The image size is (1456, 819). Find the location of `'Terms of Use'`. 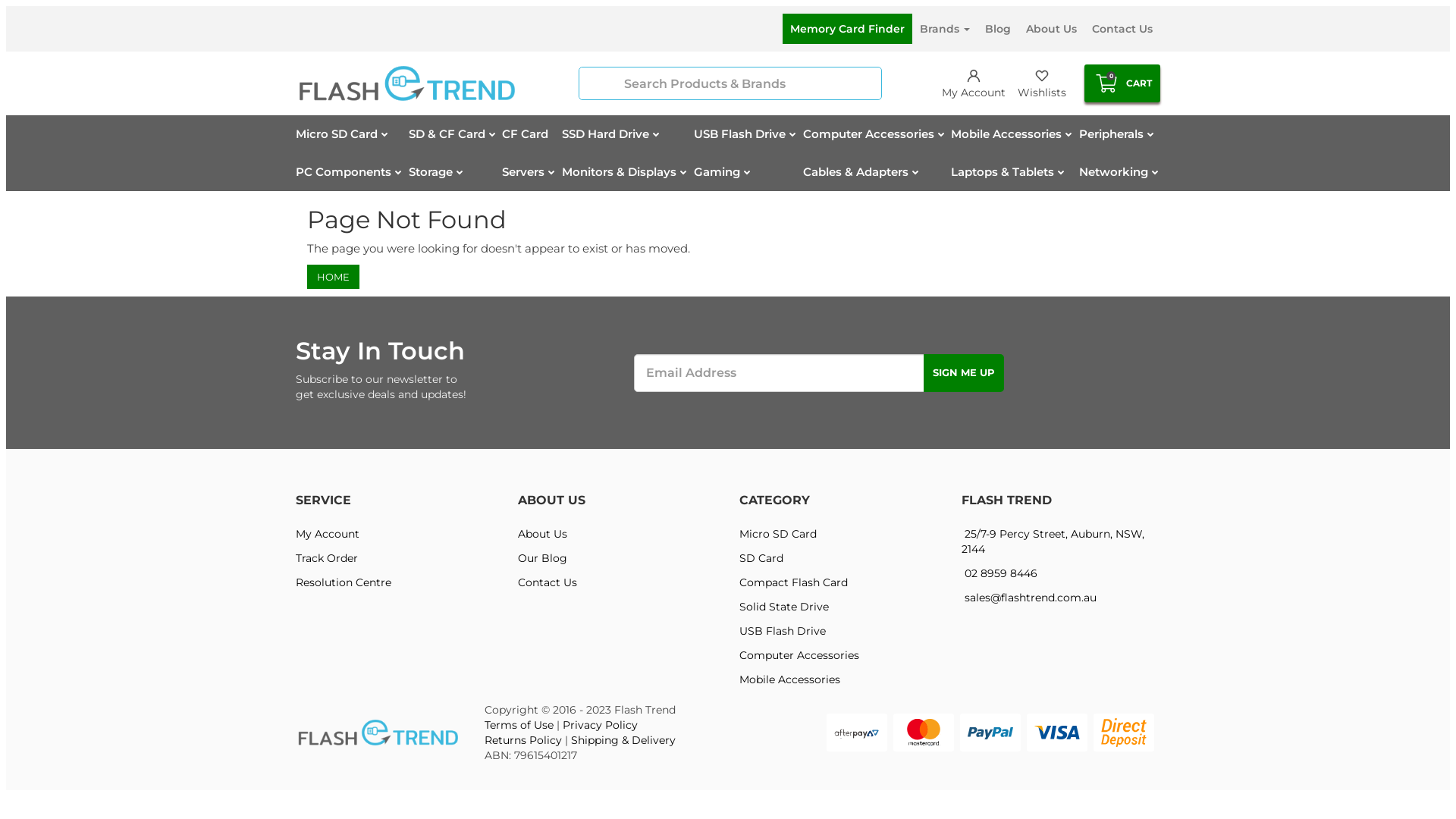

'Terms of Use' is located at coordinates (519, 724).